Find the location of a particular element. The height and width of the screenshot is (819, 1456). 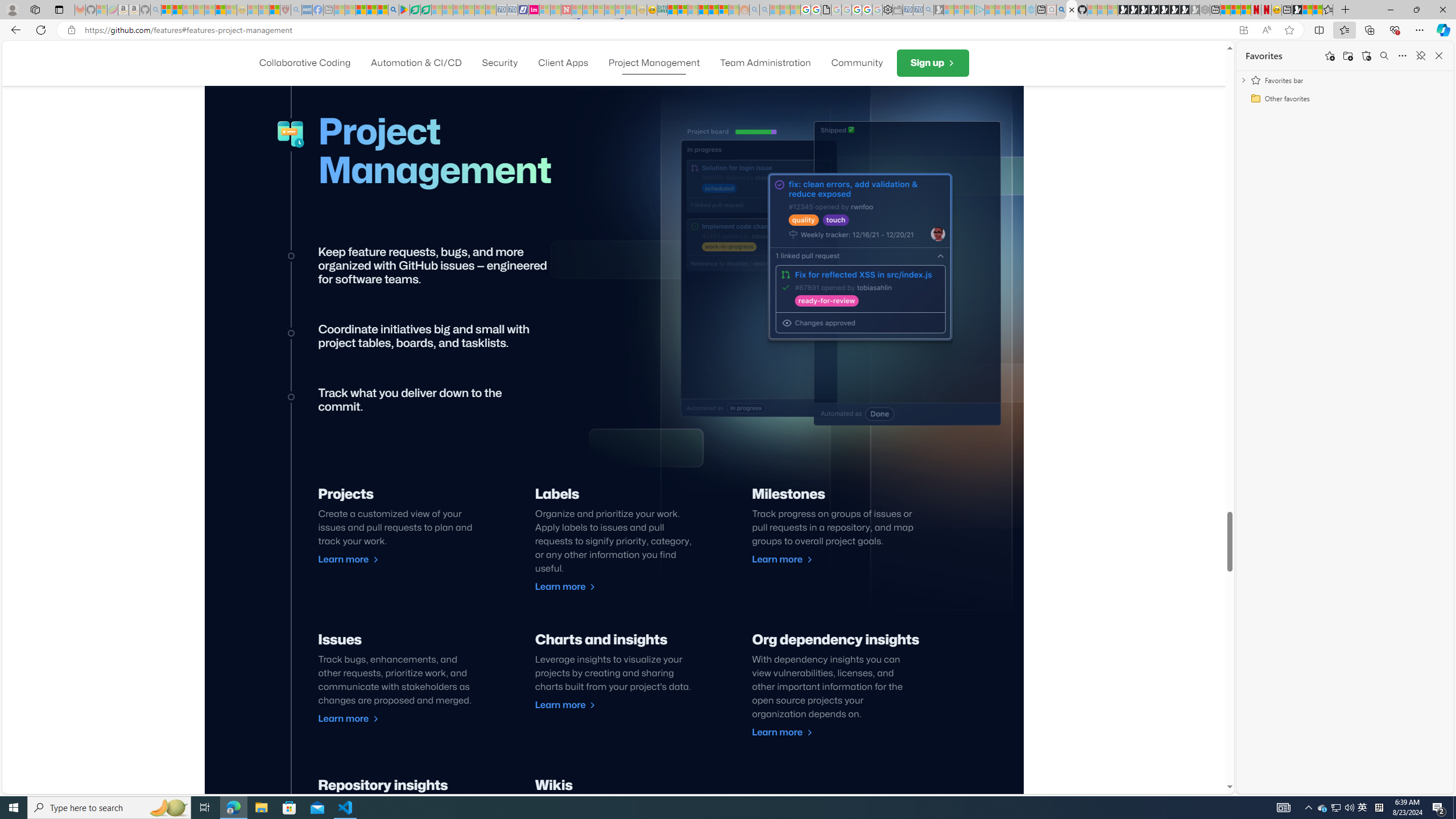

'Terms of Use Agreement' is located at coordinates (415, 9).